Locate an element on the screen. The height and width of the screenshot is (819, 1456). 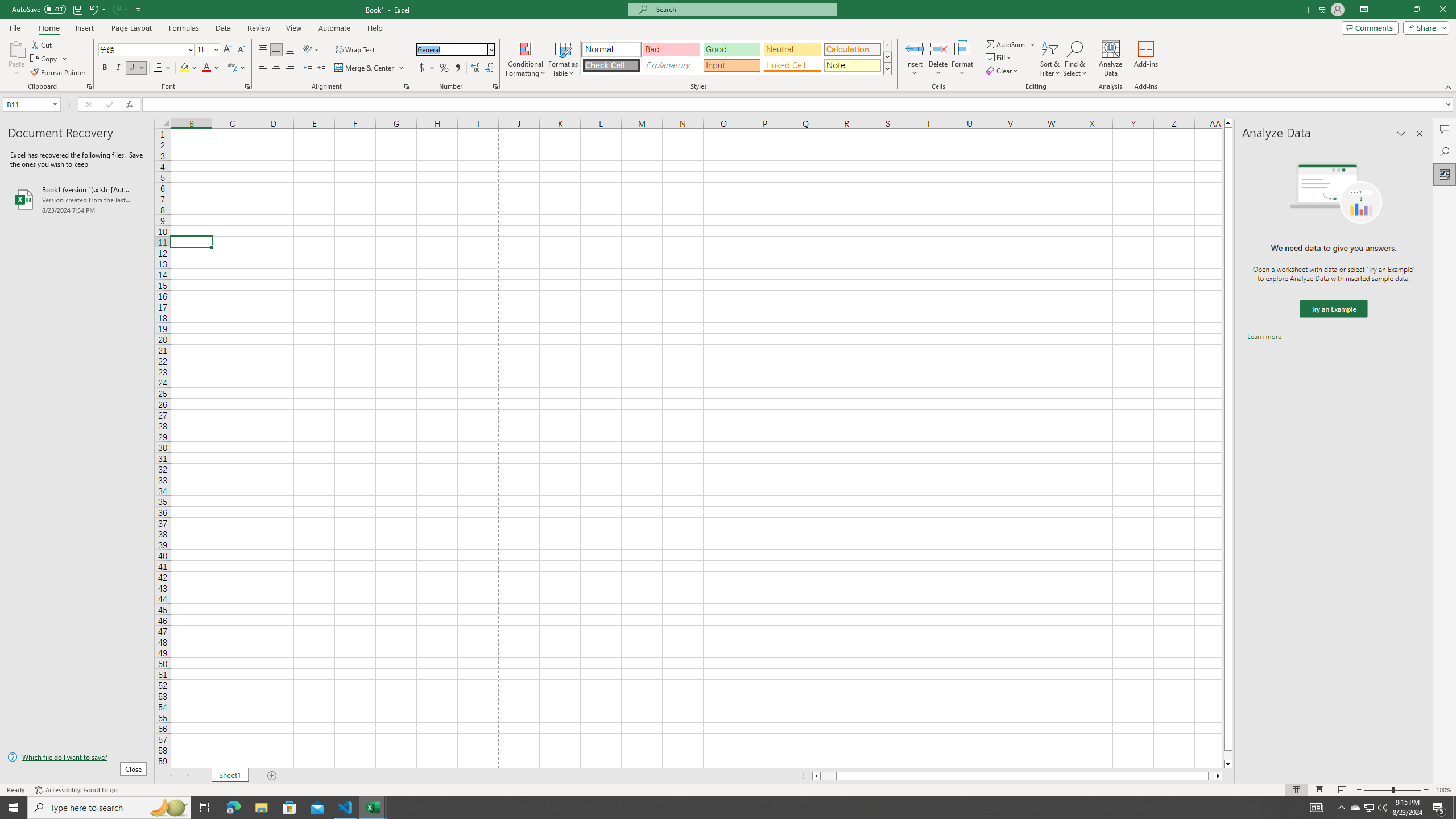
'Orientation' is located at coordinates (311, 49).